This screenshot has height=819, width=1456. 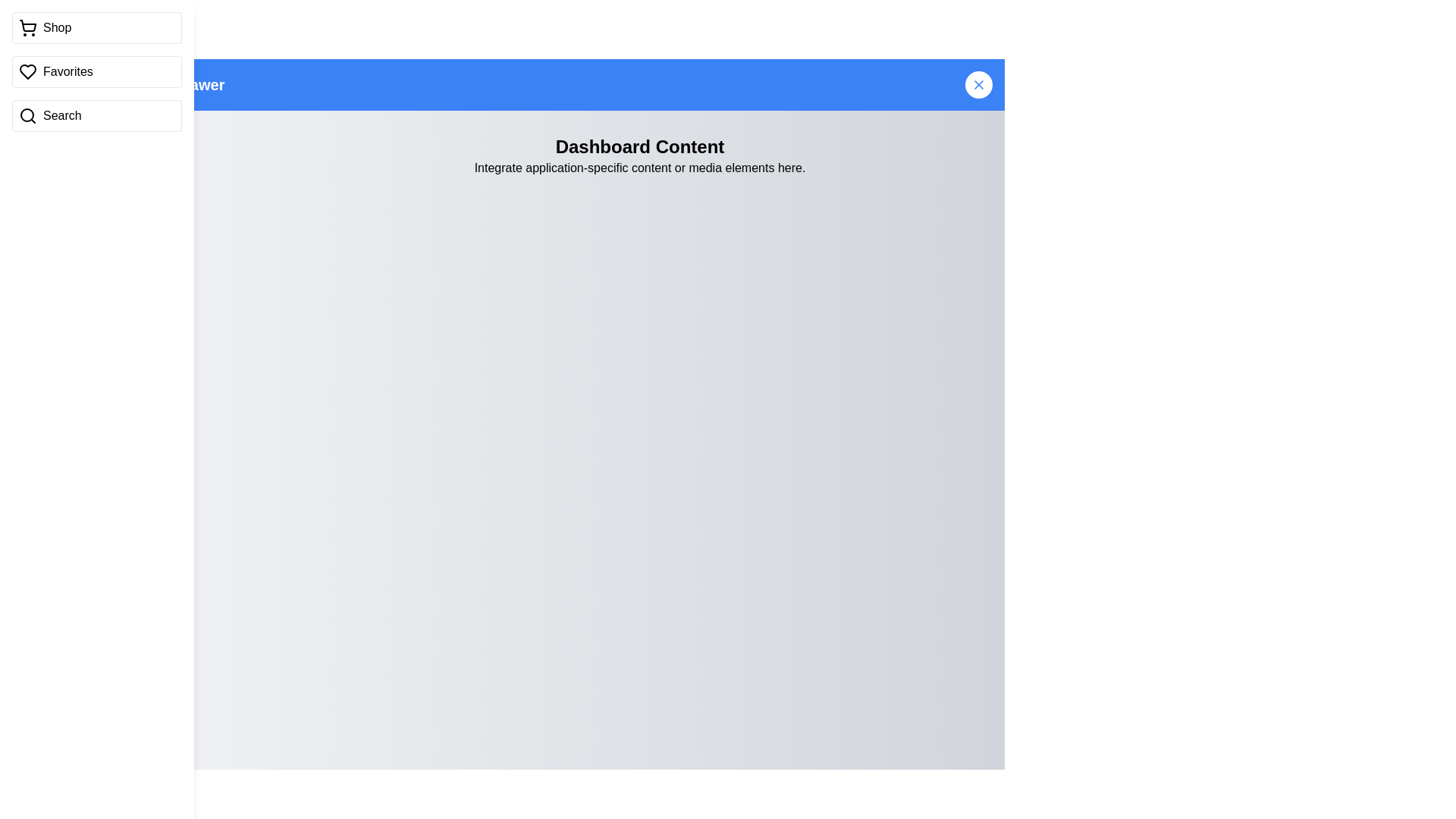 What do you see at coordinates (28, 28) in the screenshot?
I see `the 'Shop' icon located at the top of the sidebar, which serves as a navigation aid for shopping-related content` at bounding box center [28, 28].